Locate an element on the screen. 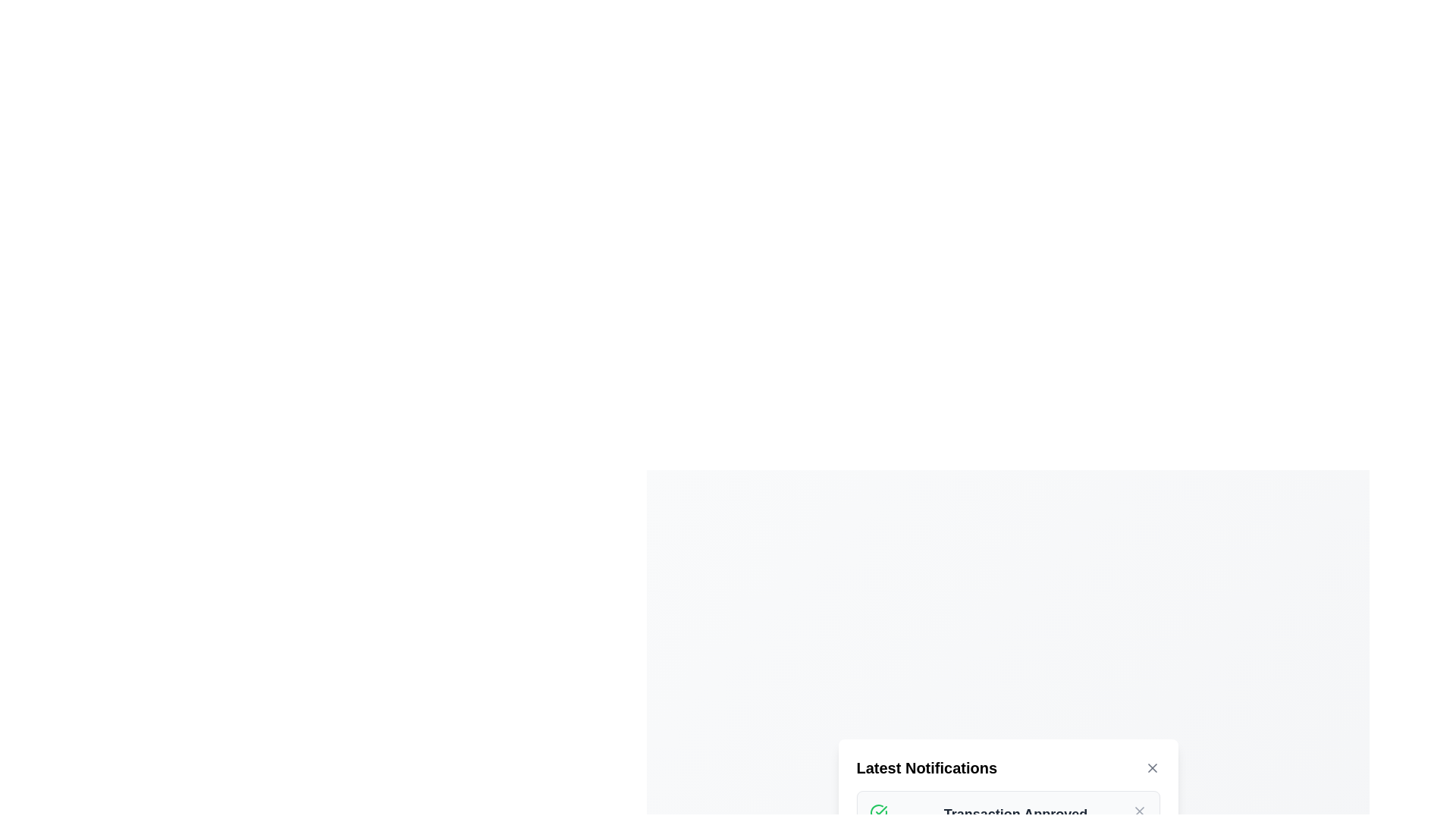 The image size is (1456, 819). the Close Button Icon, which is a diagonal cross mark ('X') symbol located at the top-right corner of the notification panel is located at coordinates (1139, 810).